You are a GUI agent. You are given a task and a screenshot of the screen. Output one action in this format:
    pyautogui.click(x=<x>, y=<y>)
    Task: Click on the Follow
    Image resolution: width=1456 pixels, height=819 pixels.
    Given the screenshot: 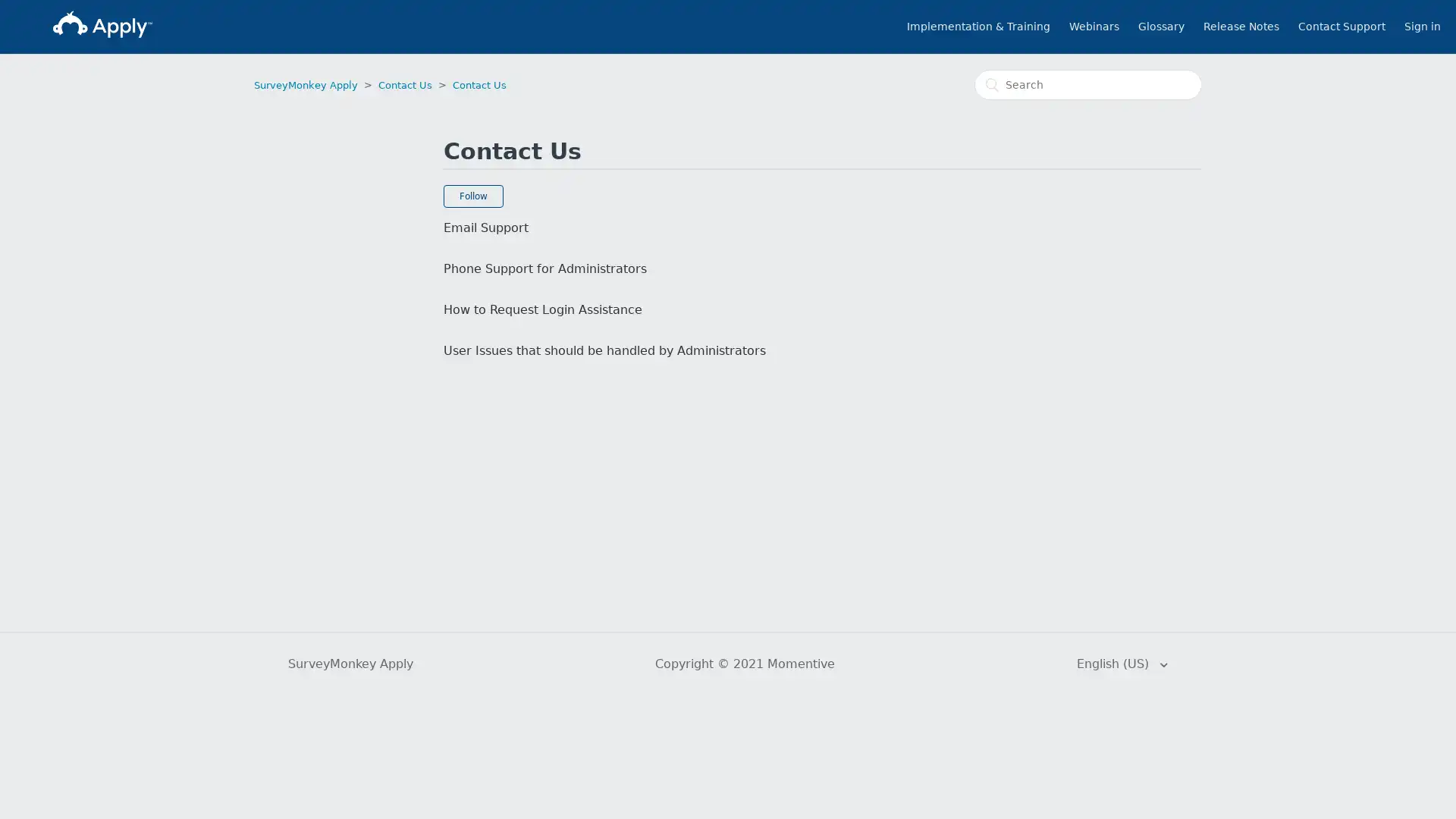 What is the action you would take?
    pyautogui.click(x=472, y=195)
    